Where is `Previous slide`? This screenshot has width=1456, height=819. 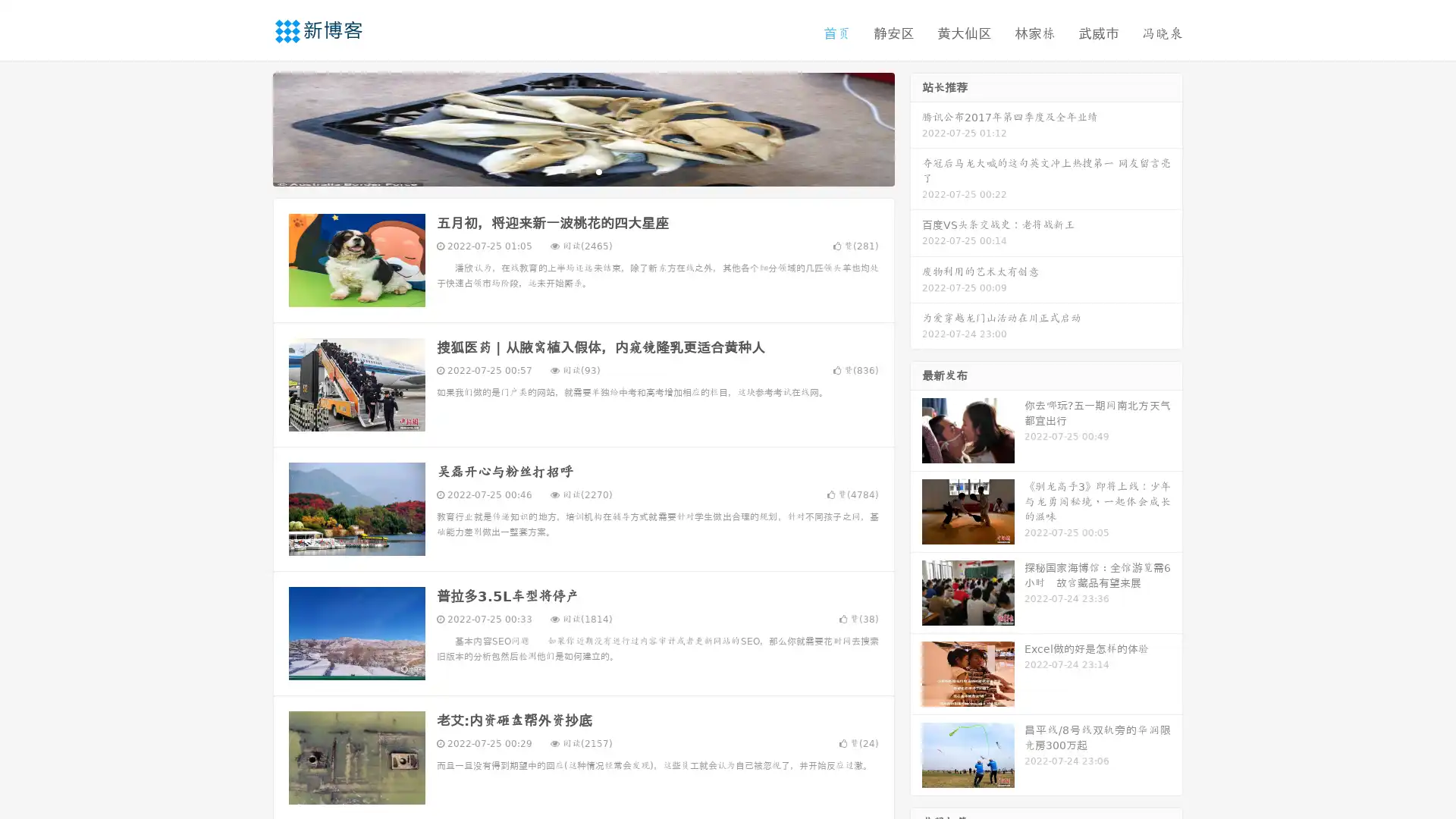
Previous slide is located at coordinates (250, 127).